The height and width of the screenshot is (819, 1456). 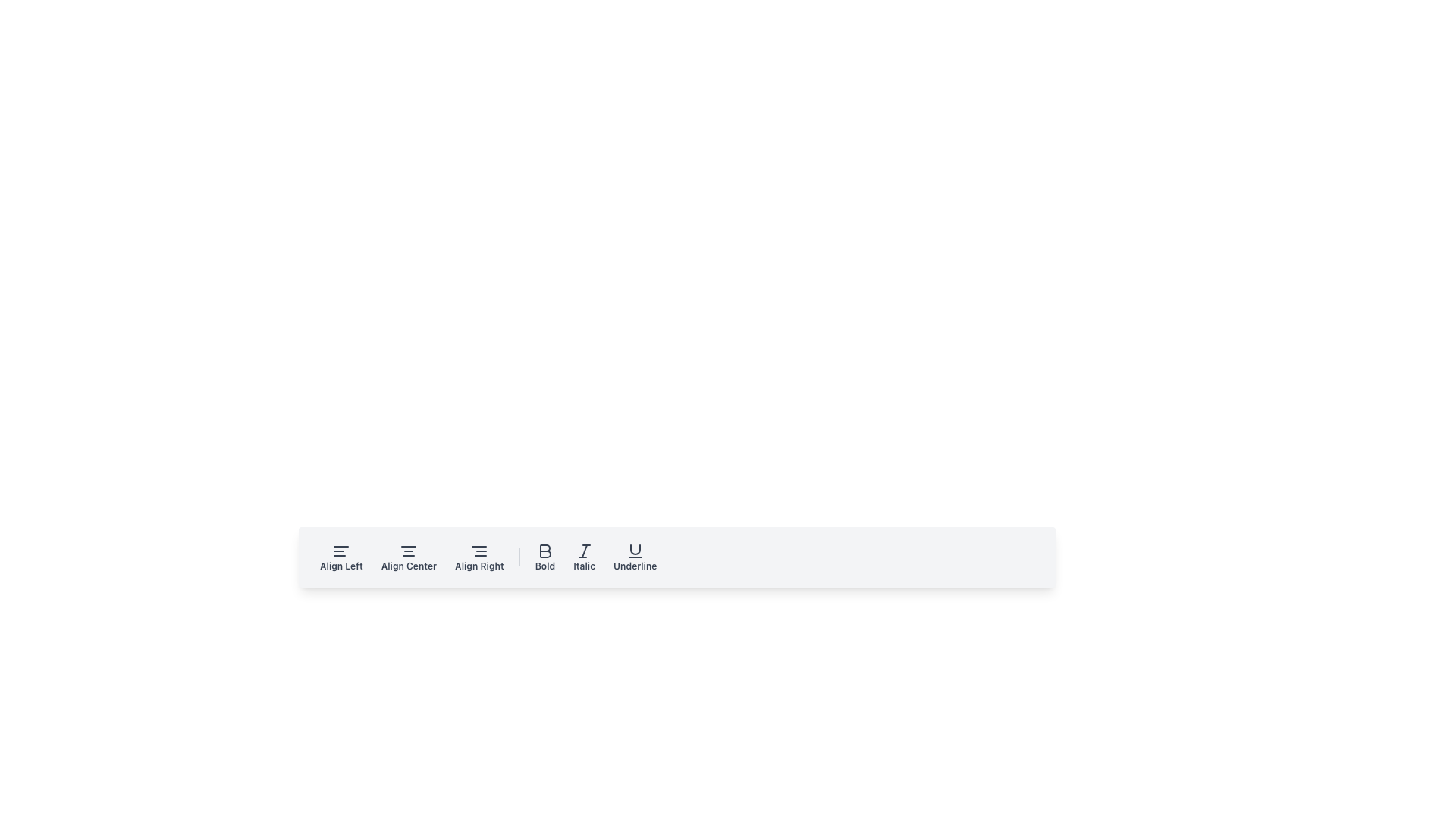 I want to click on the underline formatting button located at the far right of the horizontal toolbar, which is the sixth button from the left, so click(x=635, y=557).